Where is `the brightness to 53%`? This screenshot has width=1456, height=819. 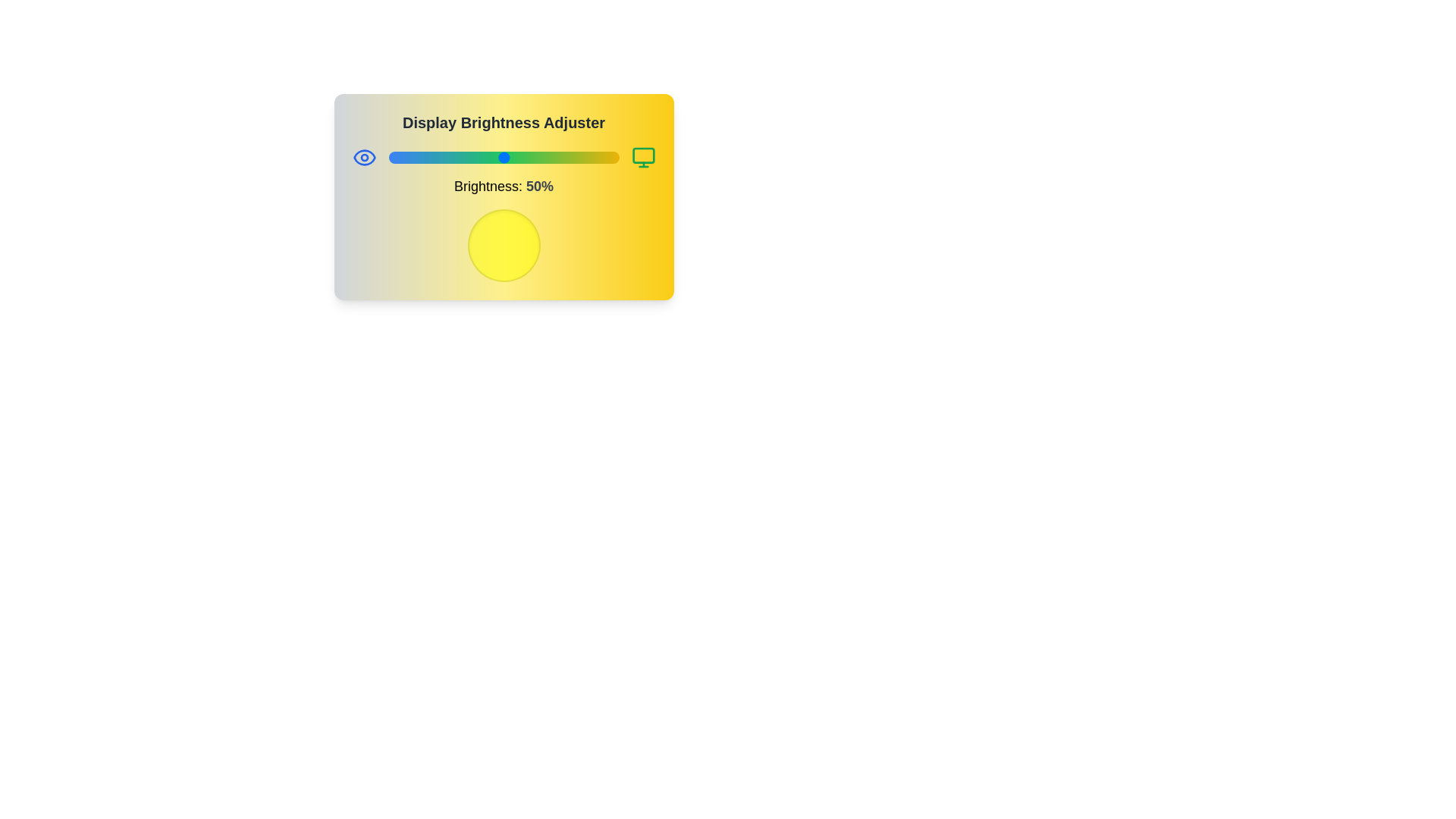
the brightness to 53% is located at coordinates (510, 158).